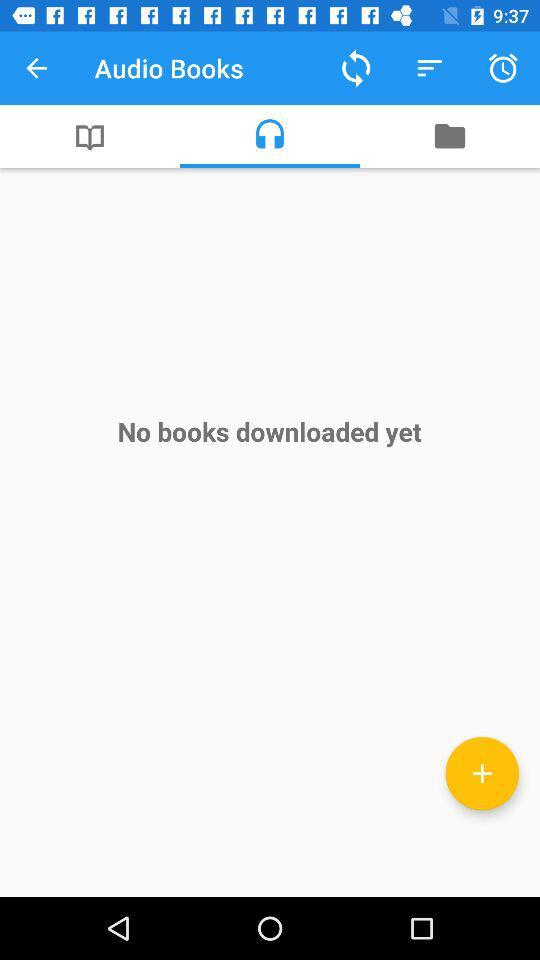  Describe the element at coordinates (449, 135) in the screenshot. I see `the item above the no books downloaded item` at that location.